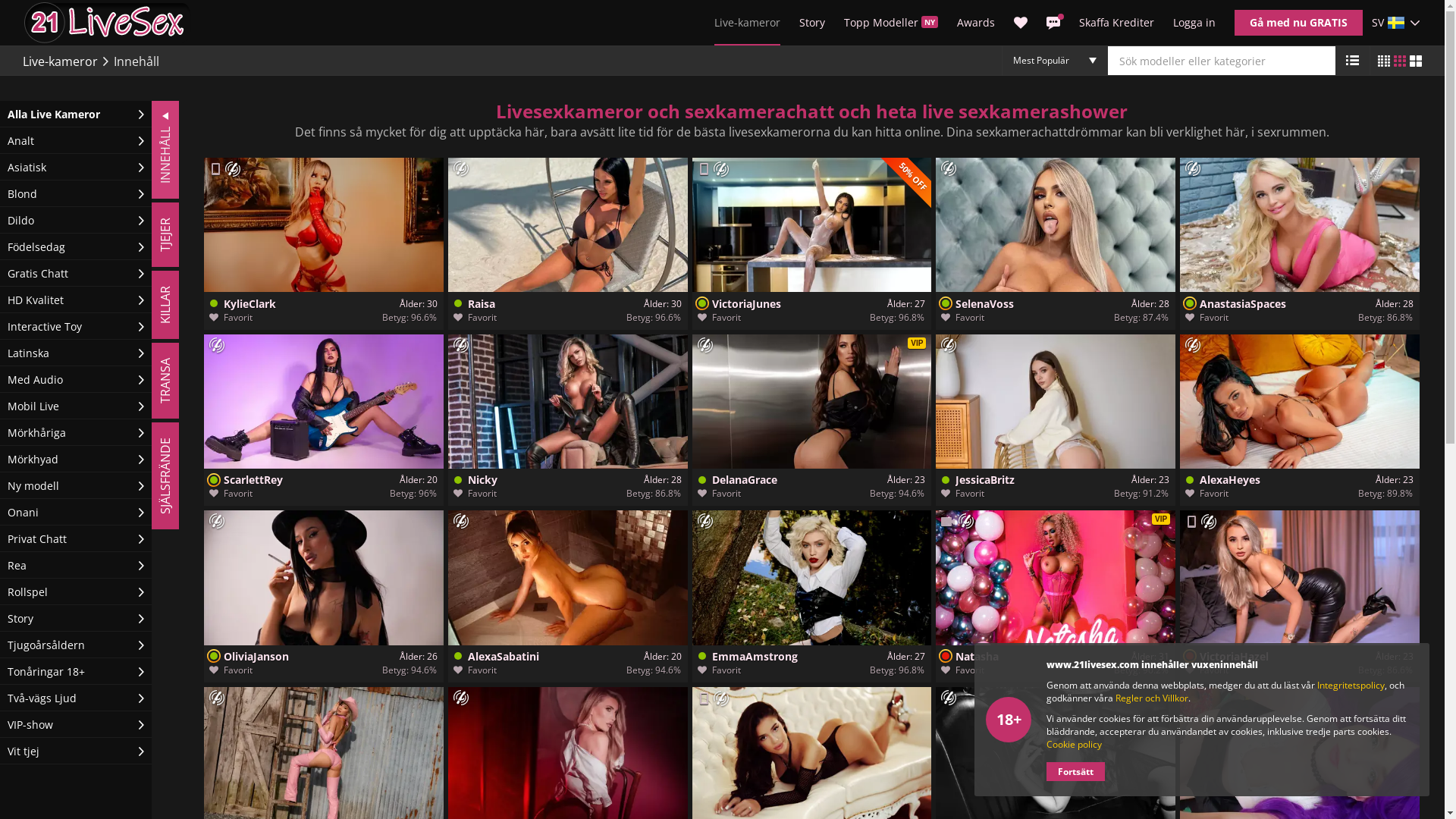 This screenshot has width=1456, height=819. What do you see at coordinates (0, 405) in the screenshot?
I see `'Mobil Live'` at bounding box center [0, 405].